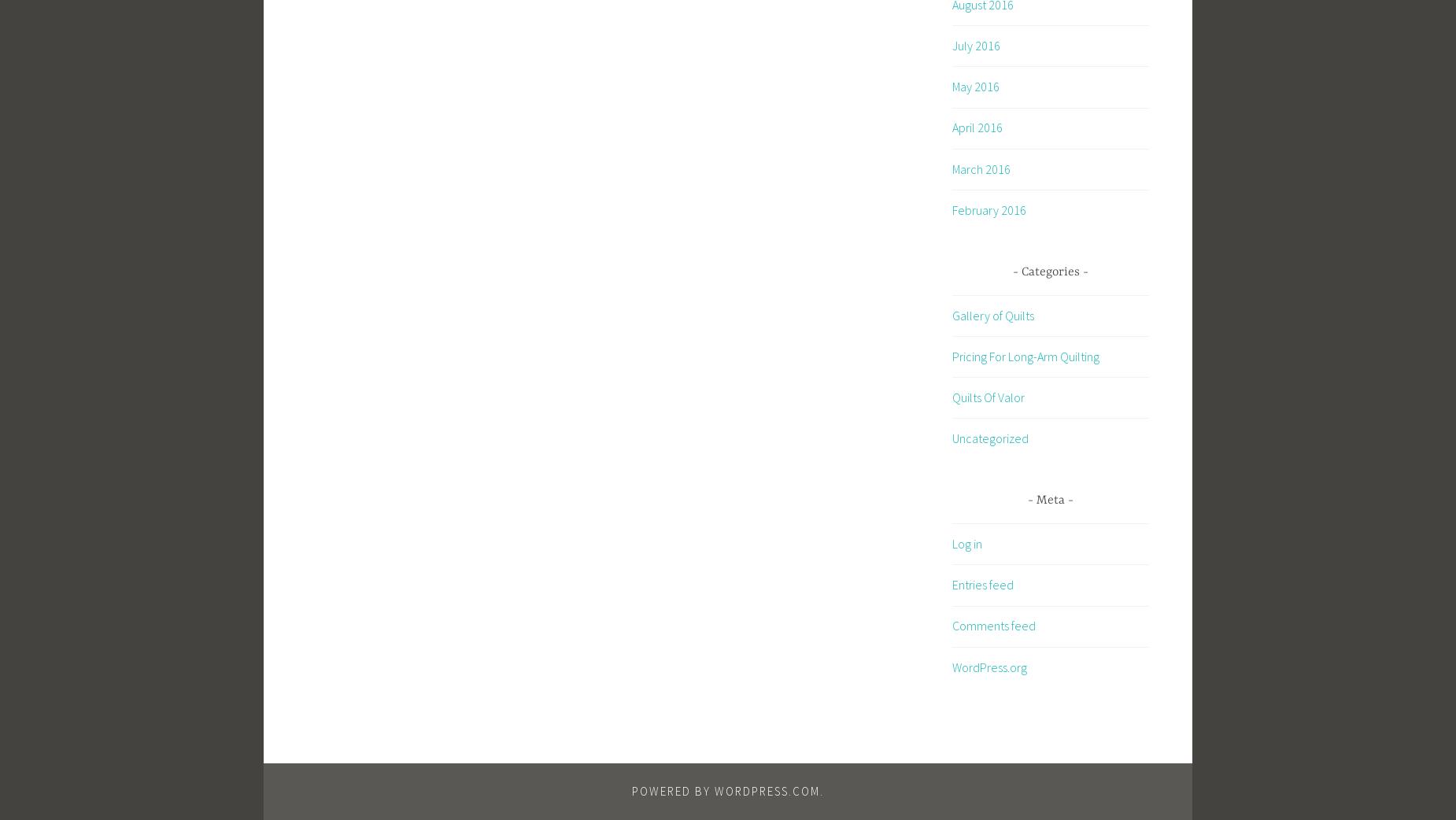 The height and width of the screenshot is (820, 1456). What do you see at coordinates (992, 314) in the screenshot?
I see `'Gallery of Quilts'` at bounding box center [992, 314].